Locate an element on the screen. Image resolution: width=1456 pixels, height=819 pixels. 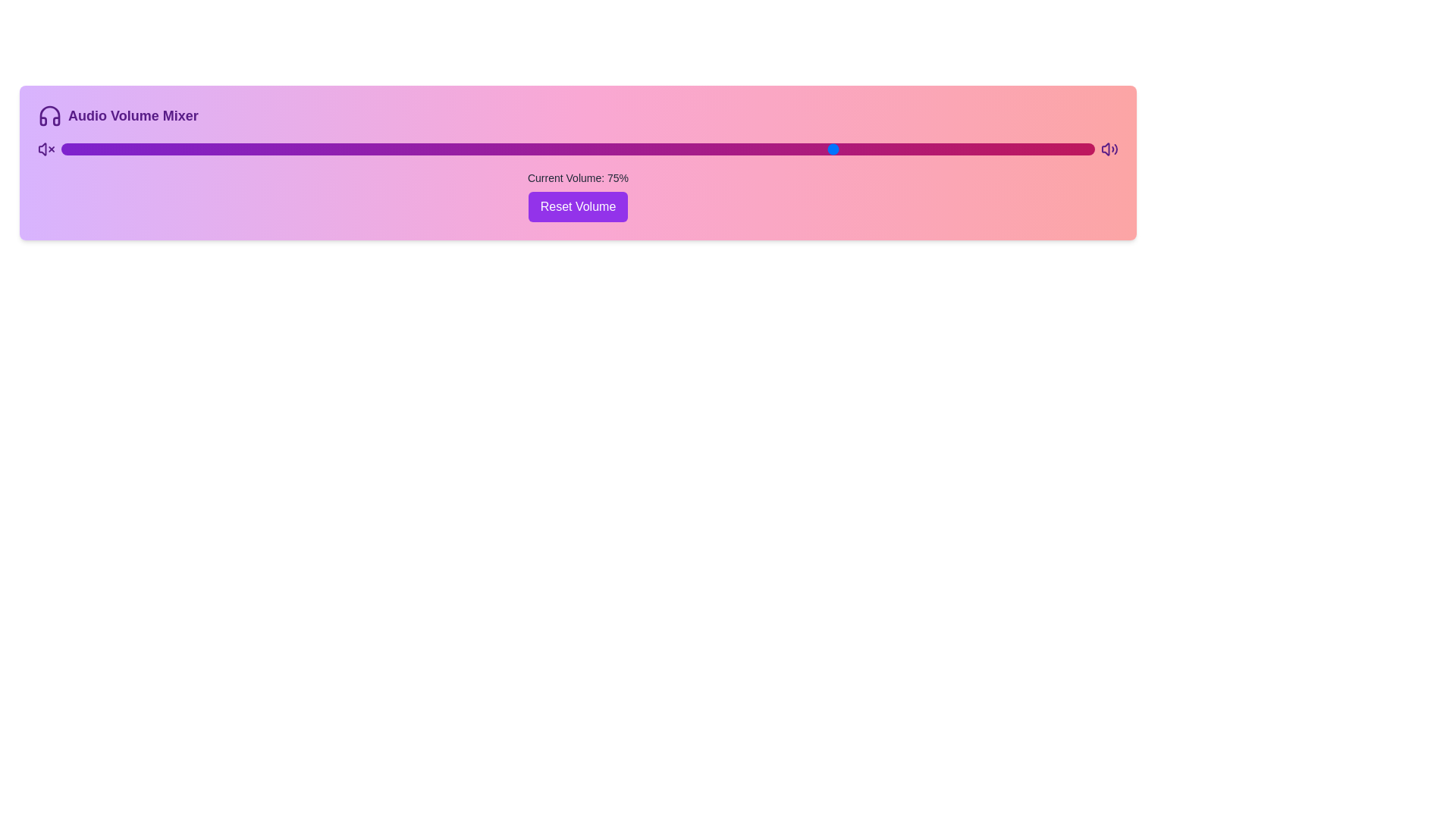
the volume slider to 98% is located at coordinates (1073, 149).